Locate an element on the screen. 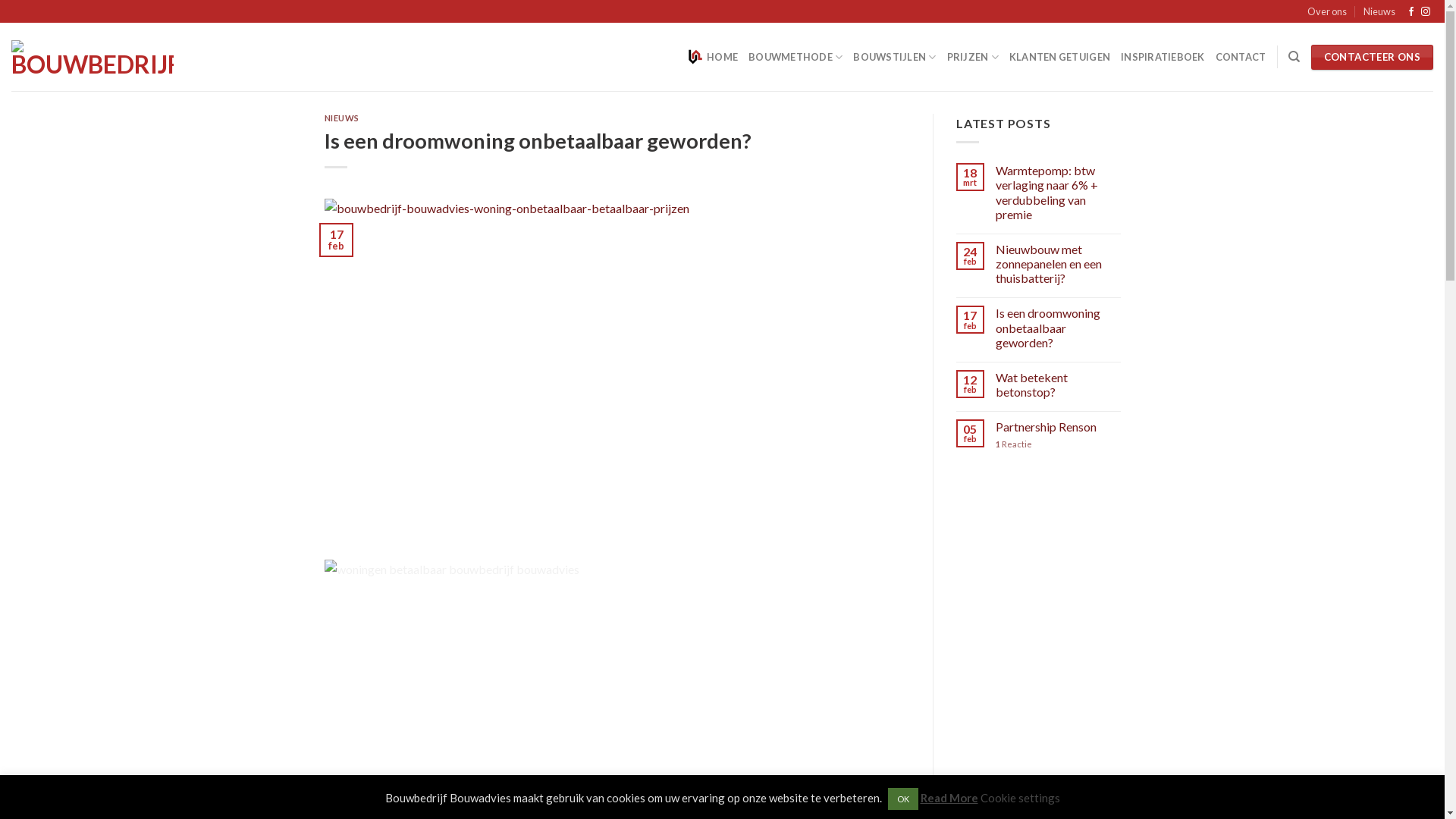 This screenshot has height=819, width=1456. 'Volg ons op Facebook' is located at coordinates (1410, 11).